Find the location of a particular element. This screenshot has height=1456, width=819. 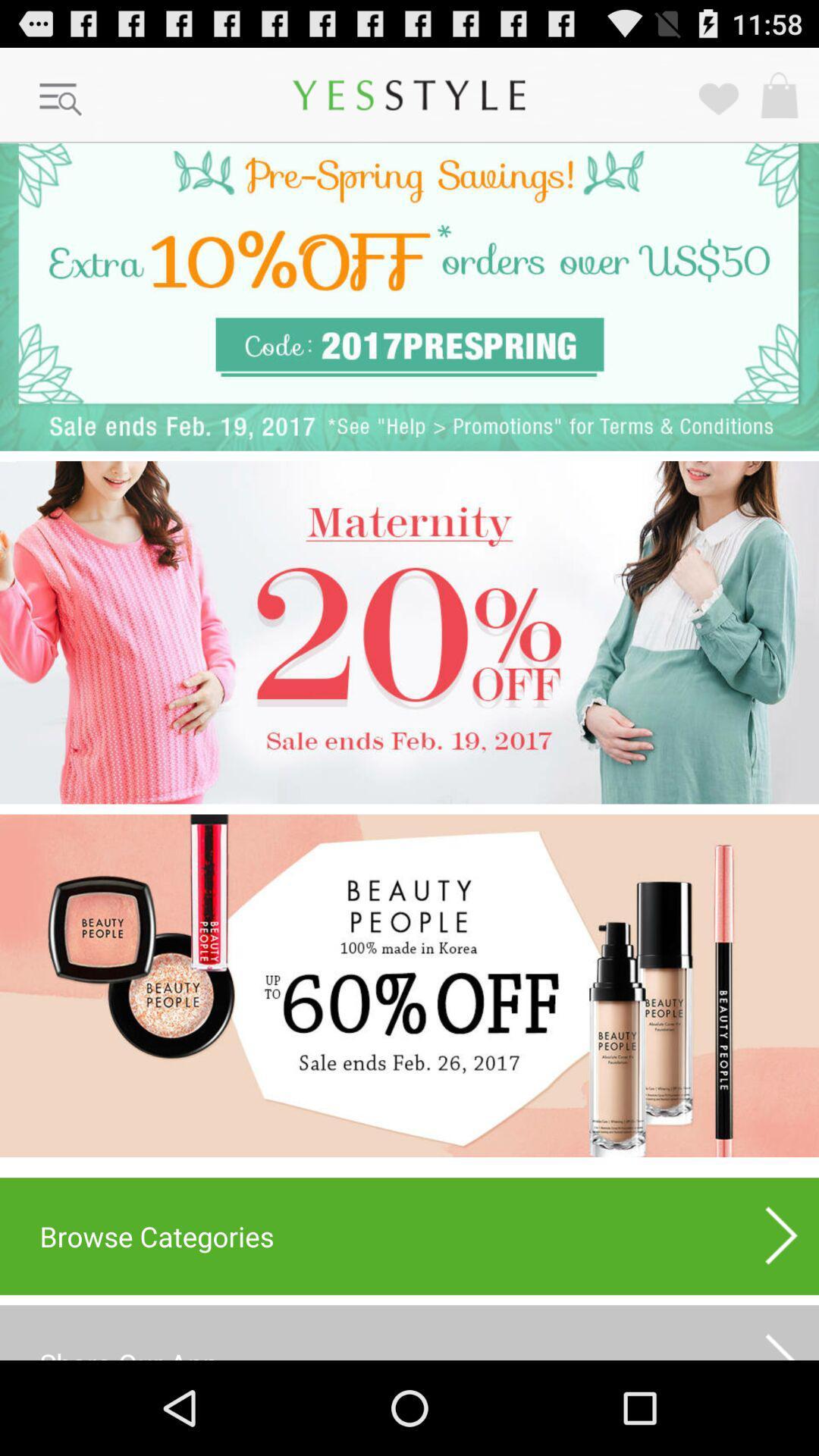

sale details is located at coordinates (409, 632).